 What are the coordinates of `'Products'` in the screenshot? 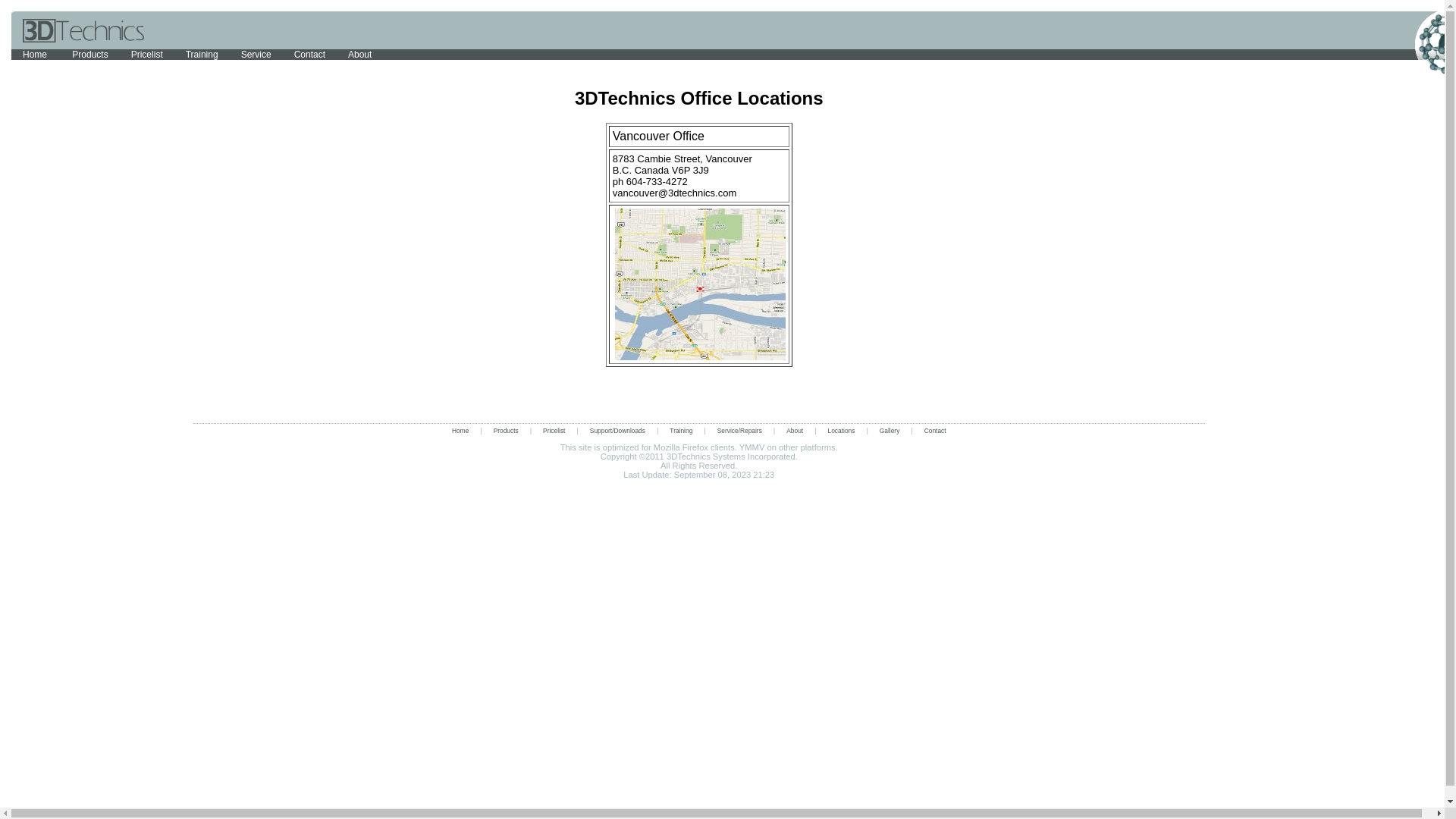 It's located at (89, 54).